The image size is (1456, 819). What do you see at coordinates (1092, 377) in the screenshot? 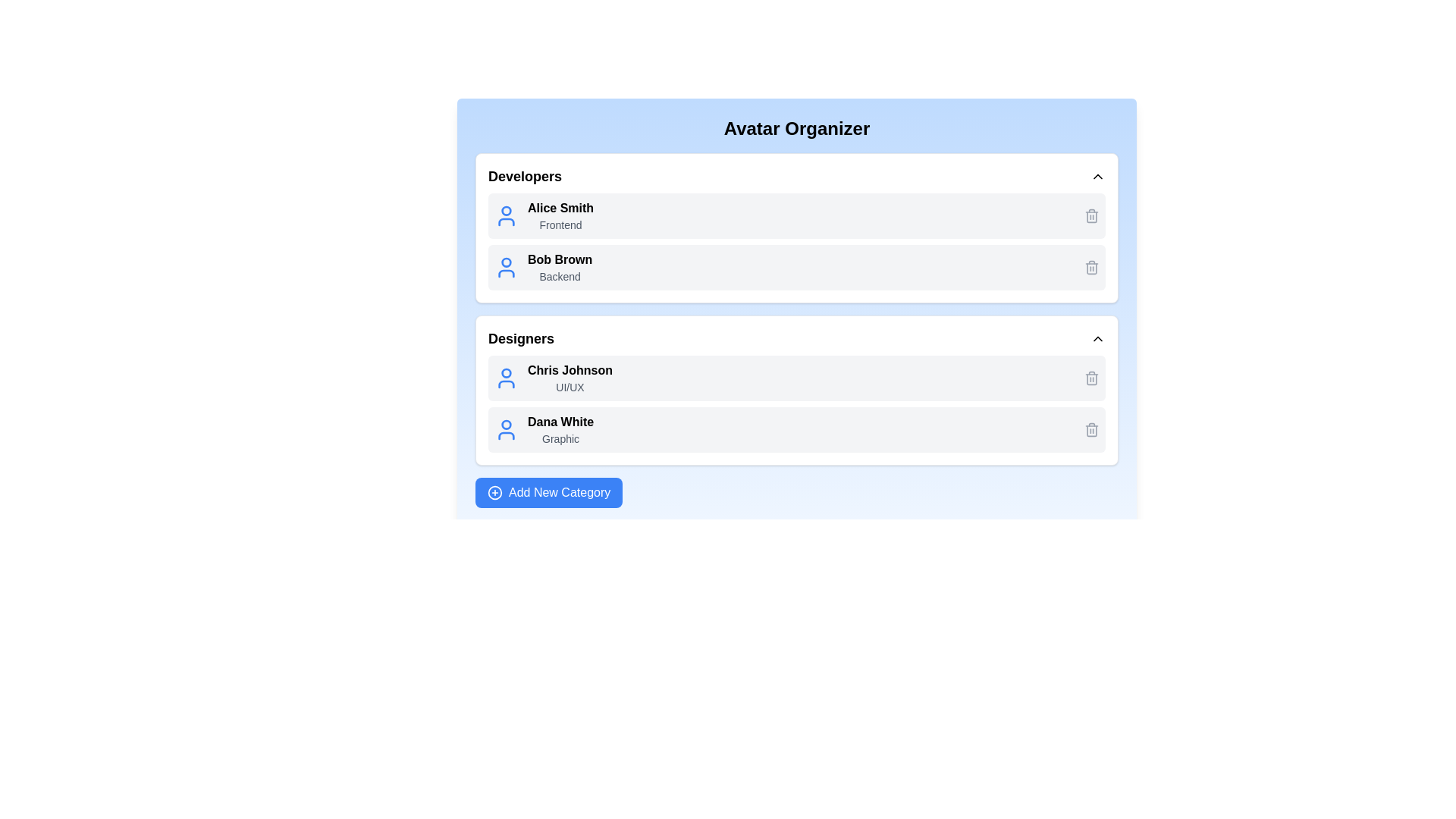
I see `the trash icon button located in the top-right corner of the 'Designers' section's card for 'Chris Johnson' with the title 'UI/UX' to initiate a delete action` at bounding box center [1092, 377].